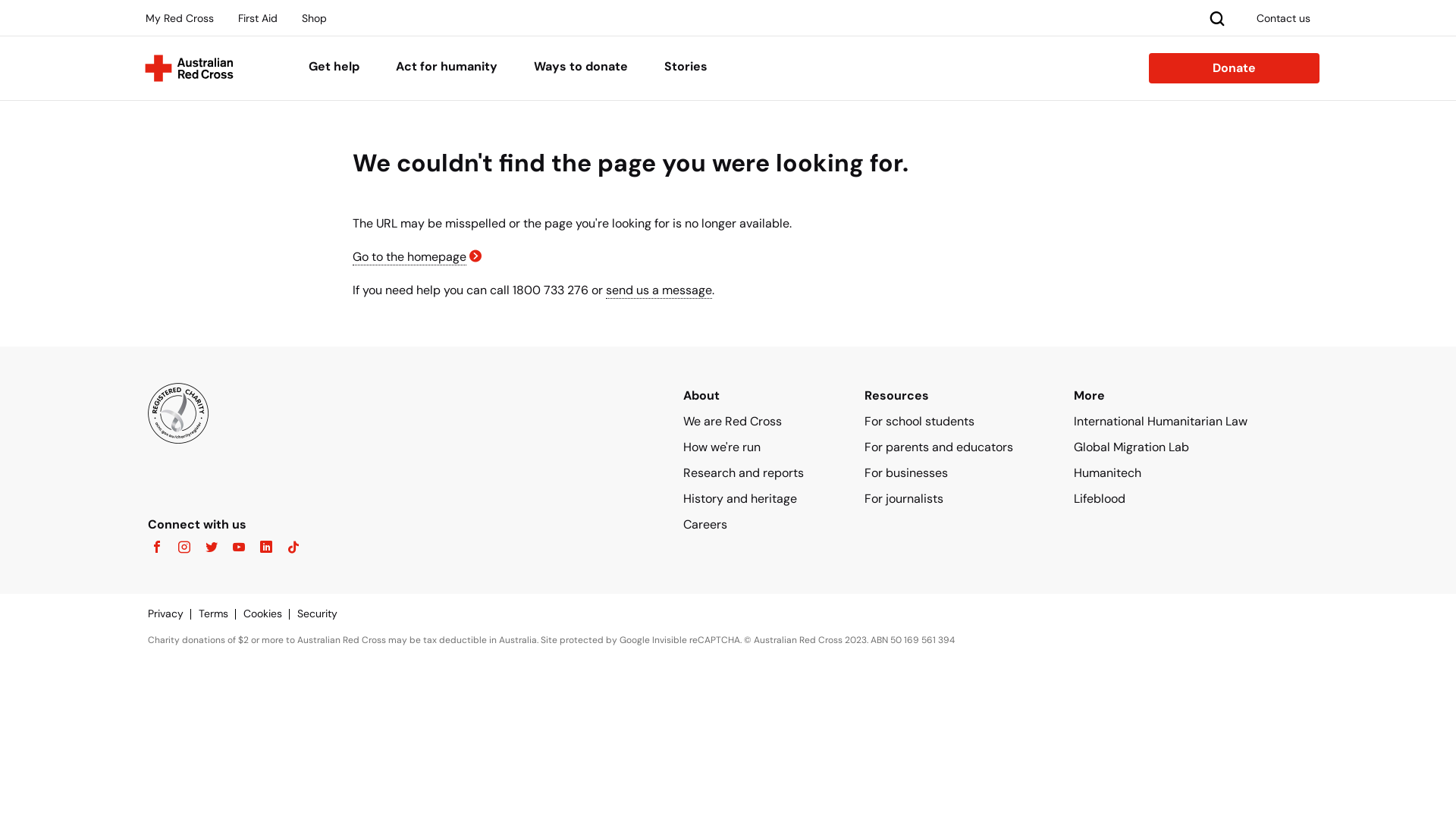 This screenshot has height=819, width=1456. Describe the element at coordinates (288, 548) in the screenshot. I see `'tiktok'` at that location.